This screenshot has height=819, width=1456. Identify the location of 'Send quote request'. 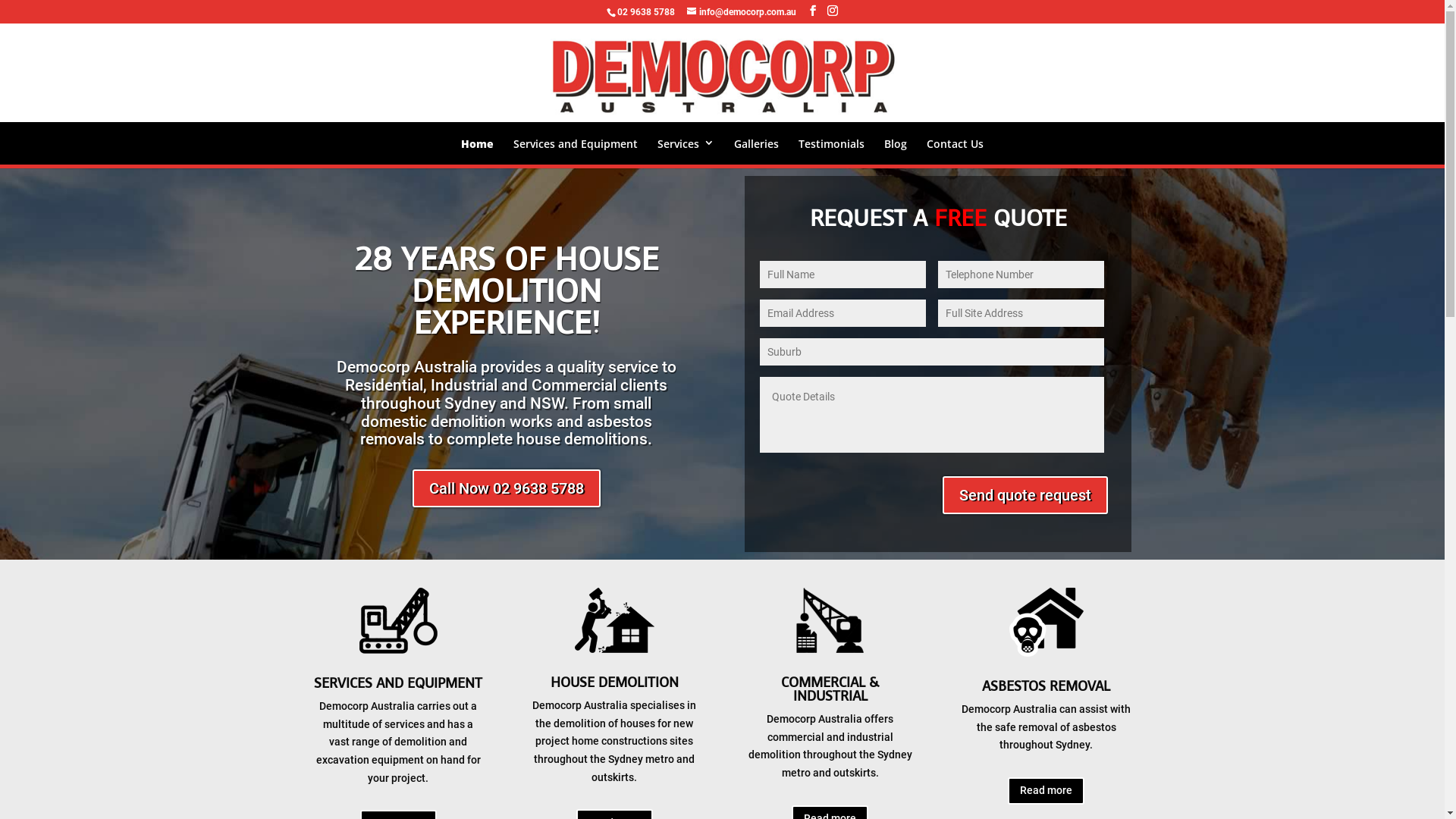
(1025, 494).